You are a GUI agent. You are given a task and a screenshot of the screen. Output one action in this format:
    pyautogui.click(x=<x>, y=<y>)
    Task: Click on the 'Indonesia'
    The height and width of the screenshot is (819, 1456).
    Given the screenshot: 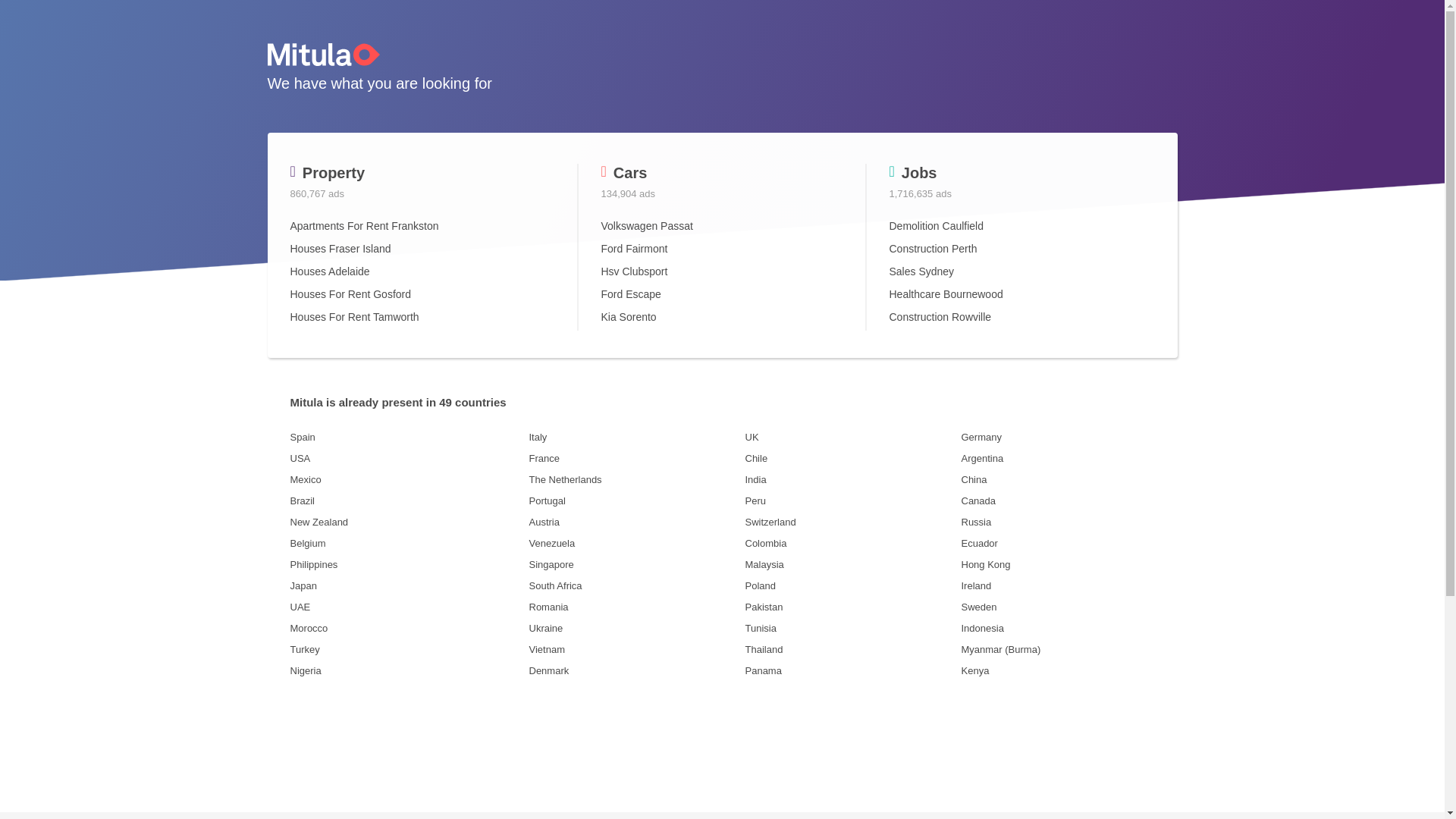 What is the action you would take?
    pyautogui.click(x=960, y=629)
    